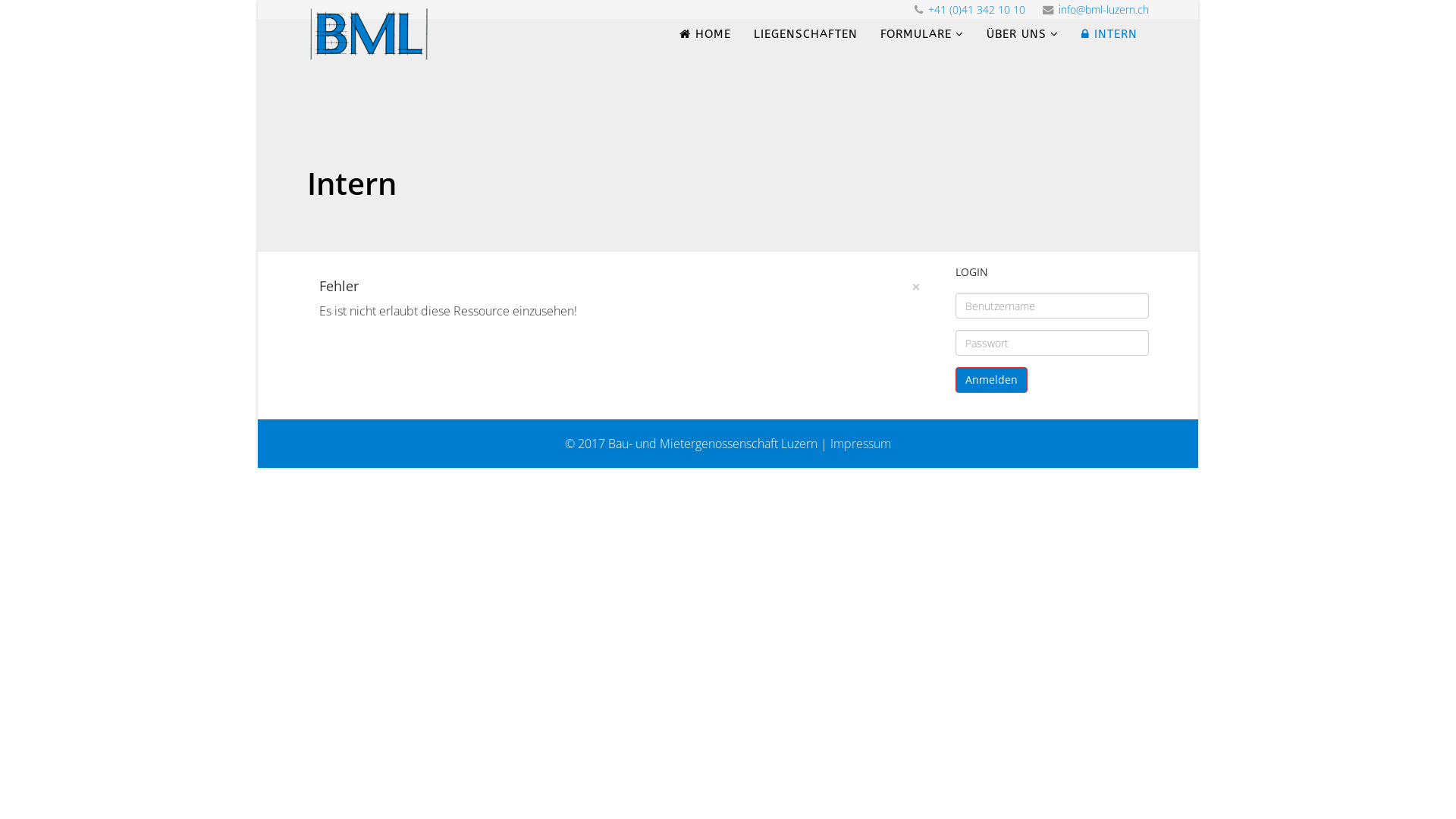  Describe the element at coordinates (860, 444) in the screenshot. I see `'Impressum'` at that location.